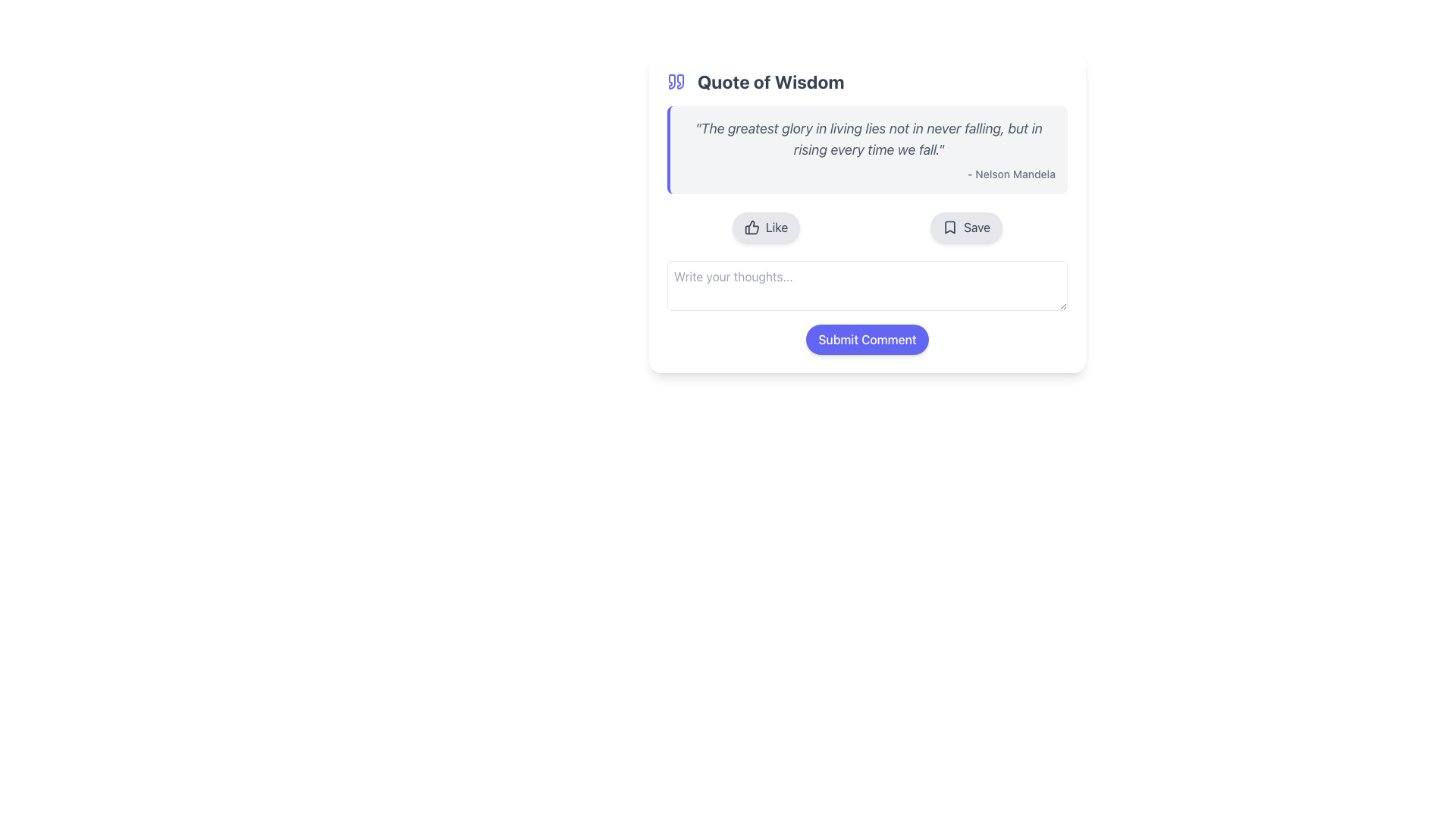 This screenshot has width=1456, height=819. I want to click on quote from the text block styled in italicized gray font that contains the quote 'The greatest glory in living lies not in never falling, but in rising every time we fall.', so click(869, 140).